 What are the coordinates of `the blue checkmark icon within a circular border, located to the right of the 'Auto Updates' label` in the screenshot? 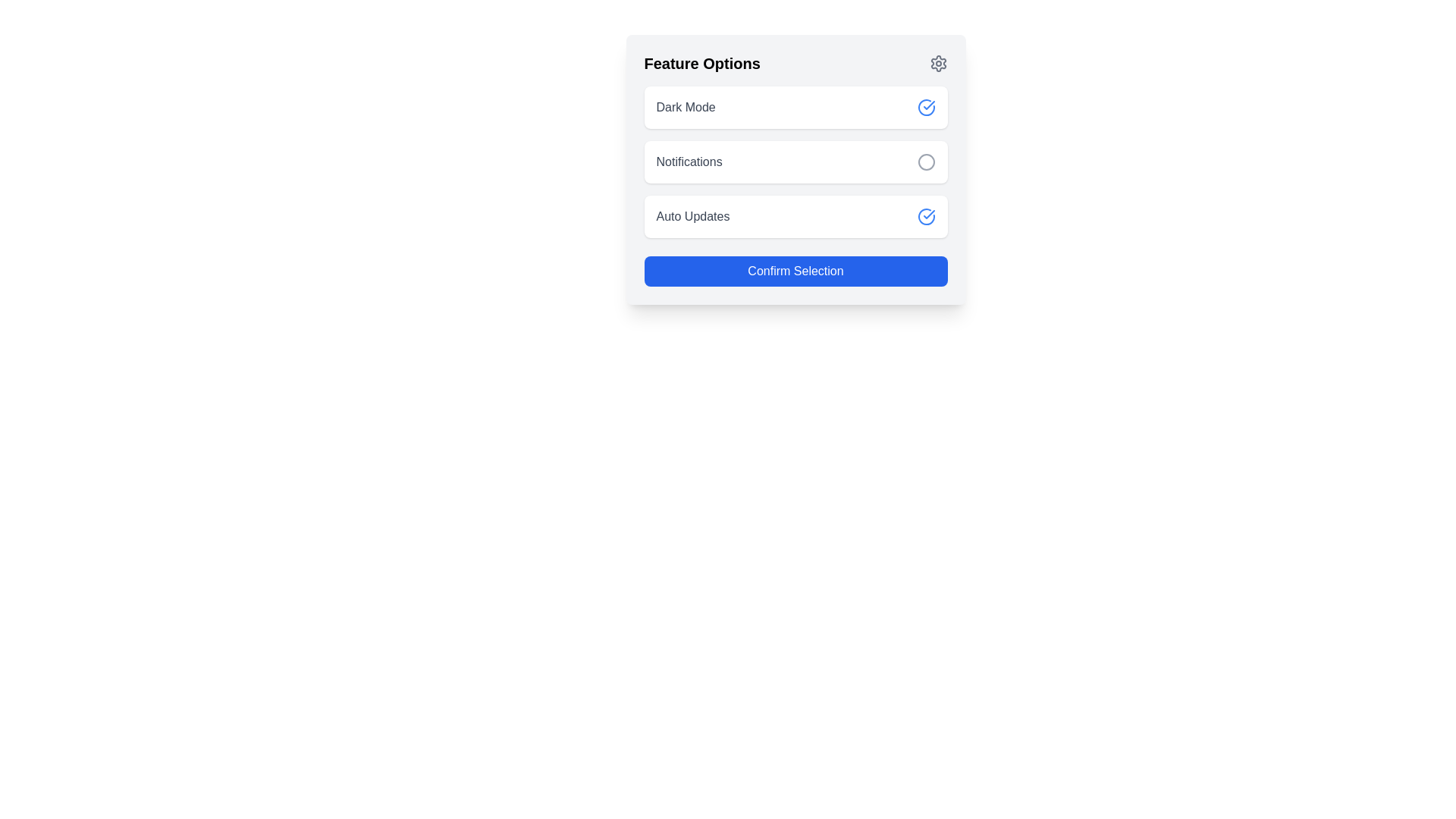 It's located at (927, 214).